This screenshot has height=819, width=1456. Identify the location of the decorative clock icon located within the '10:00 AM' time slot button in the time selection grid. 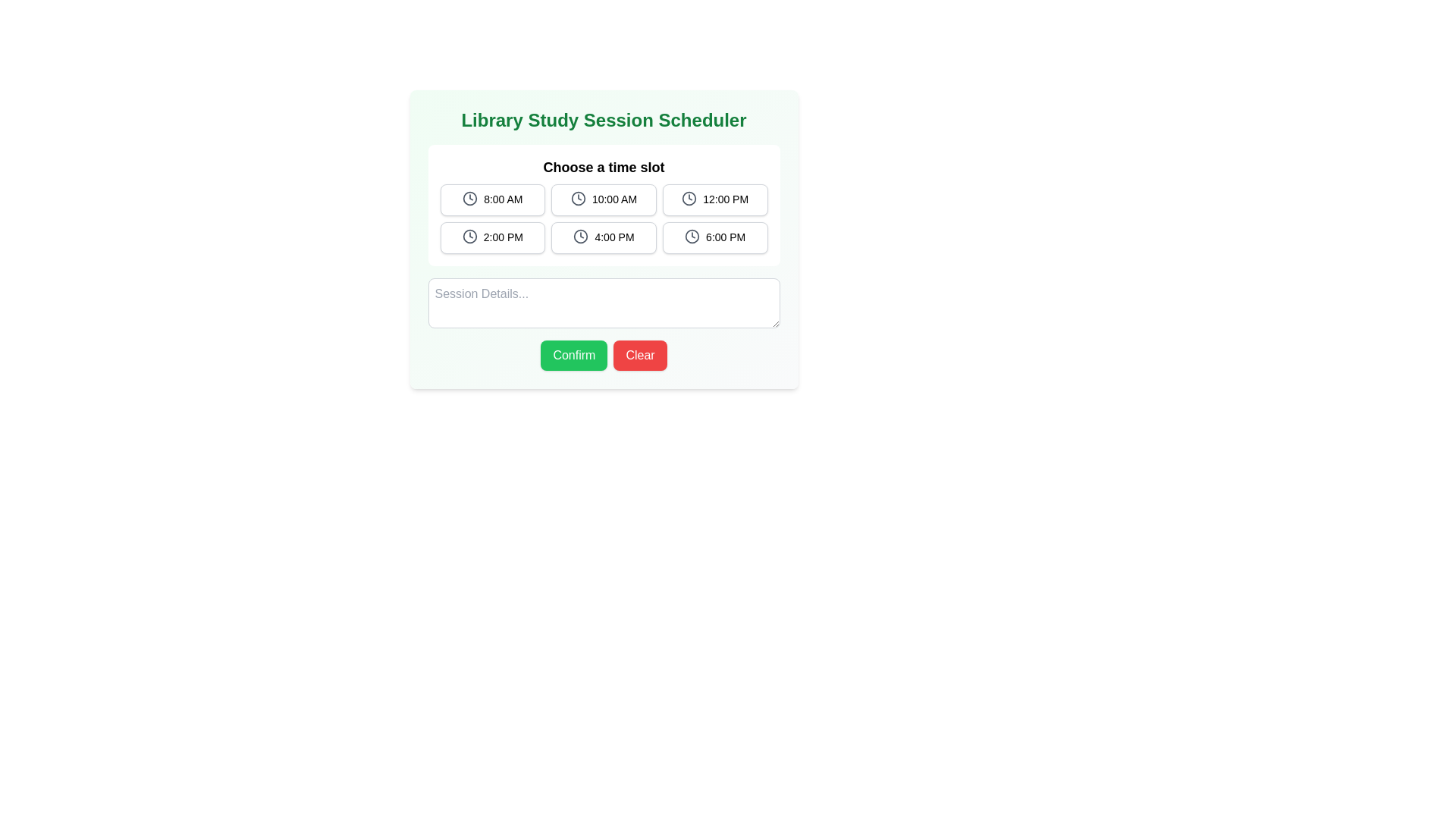
(577, 198).